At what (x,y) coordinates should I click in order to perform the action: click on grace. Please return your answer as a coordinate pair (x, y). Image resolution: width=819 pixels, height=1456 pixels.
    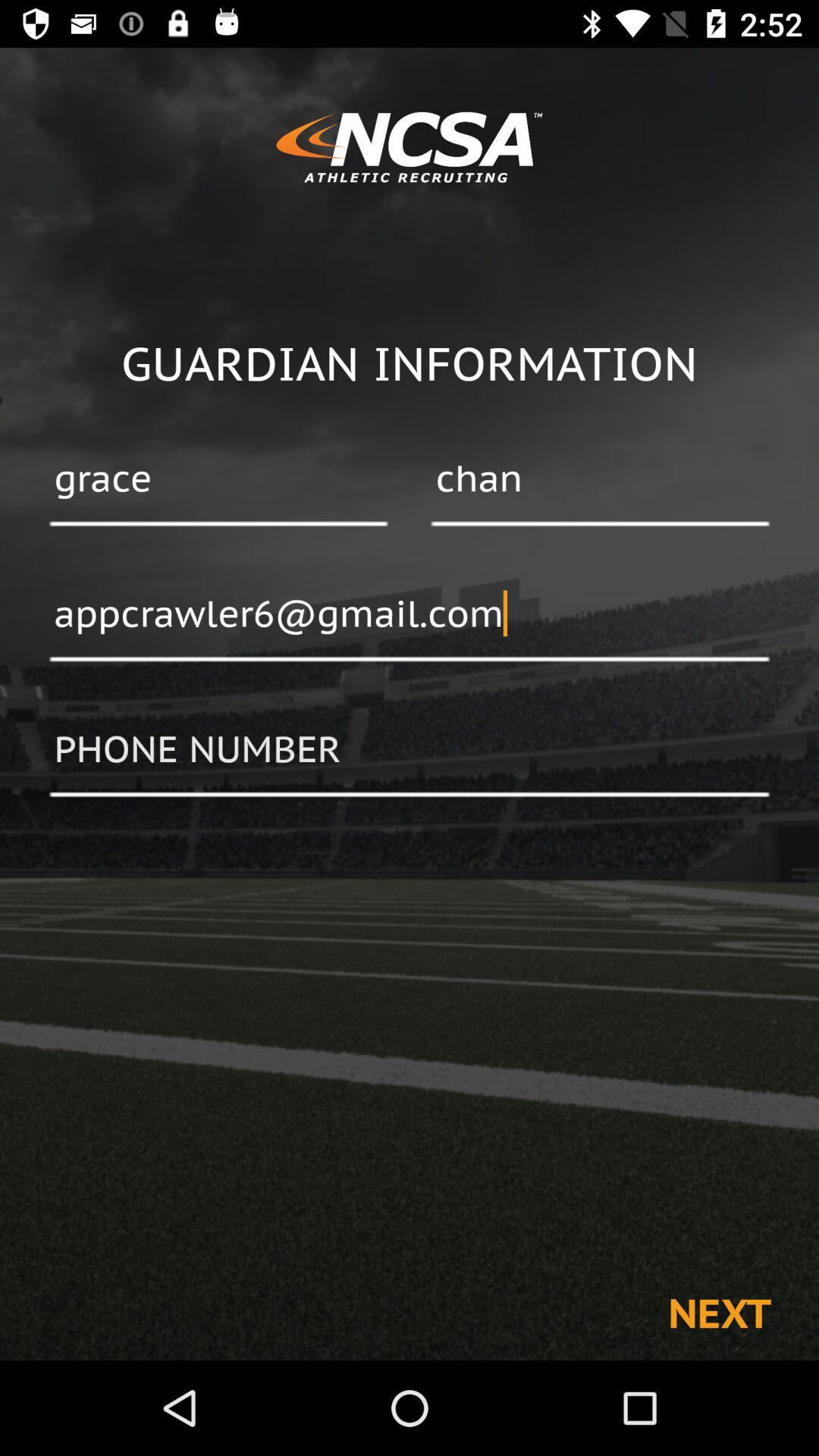
    Looking at the image, I should click on (218, 479).